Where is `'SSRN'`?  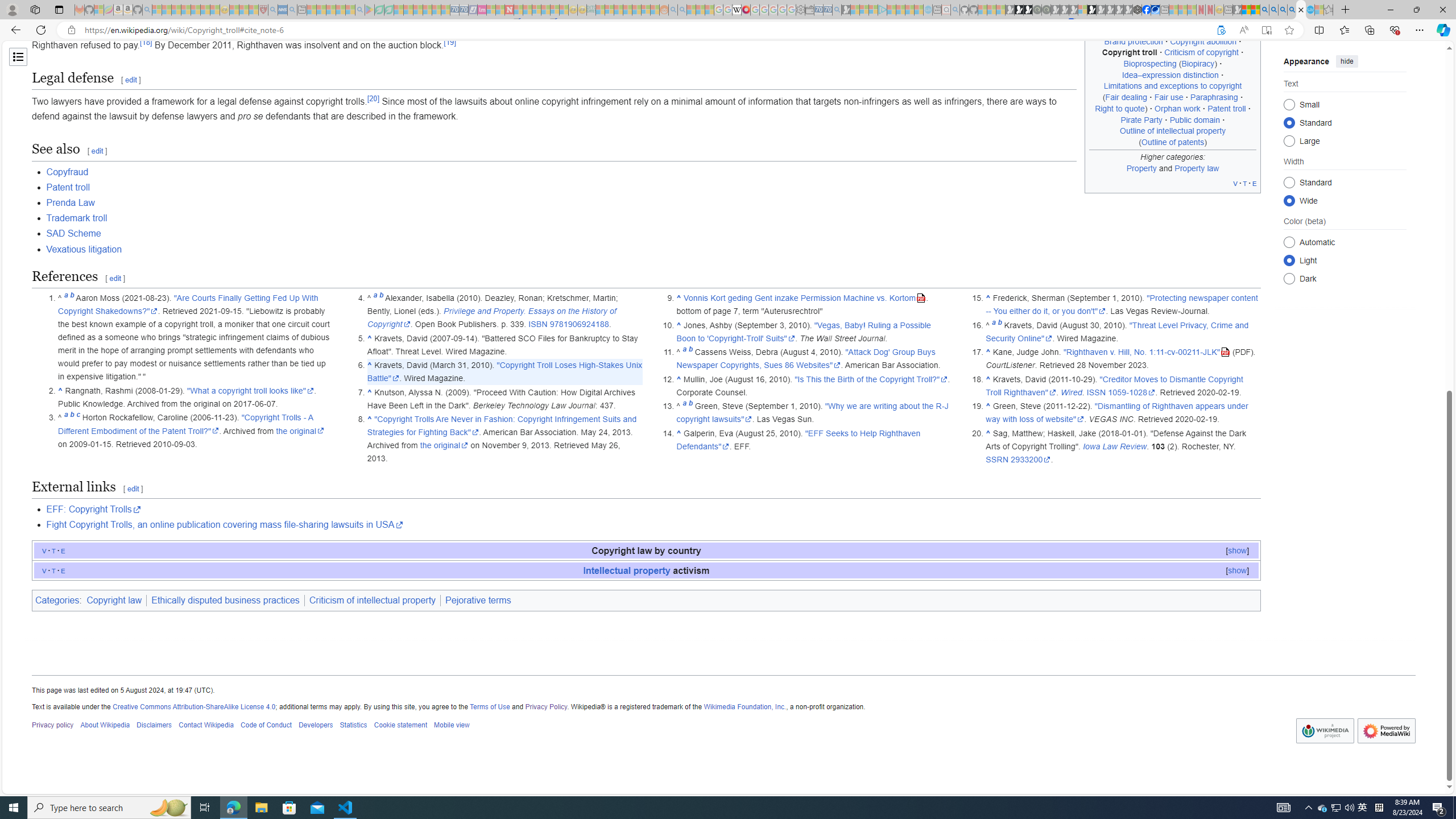 'SSRN' is located at coordinates (996, 459).